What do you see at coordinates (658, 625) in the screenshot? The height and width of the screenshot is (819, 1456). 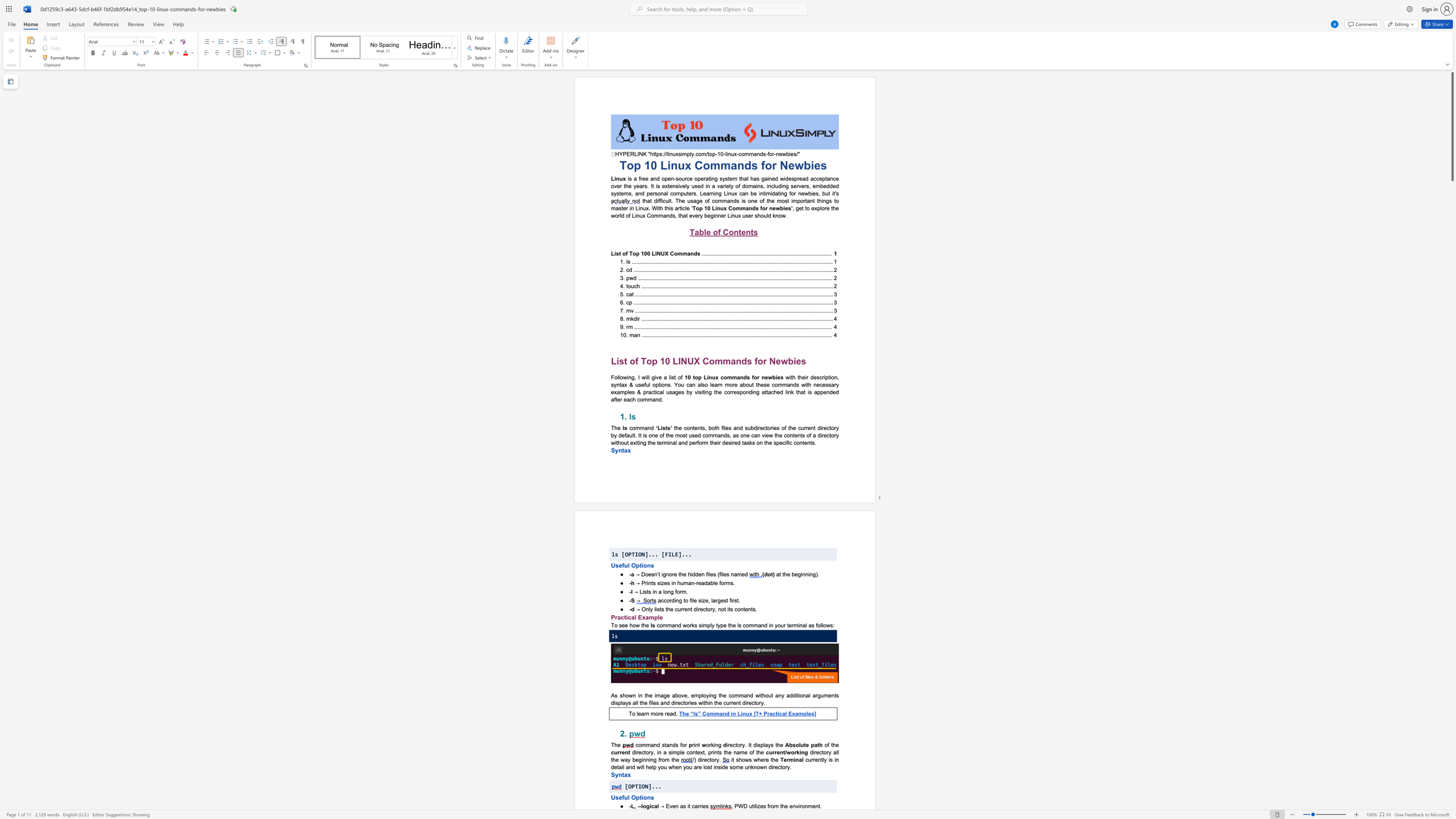 I see `the subset text "ommand works simply type t" within the text "command works simply type the ls command in your terminal as follows:"` at bounding box center [658, 625].